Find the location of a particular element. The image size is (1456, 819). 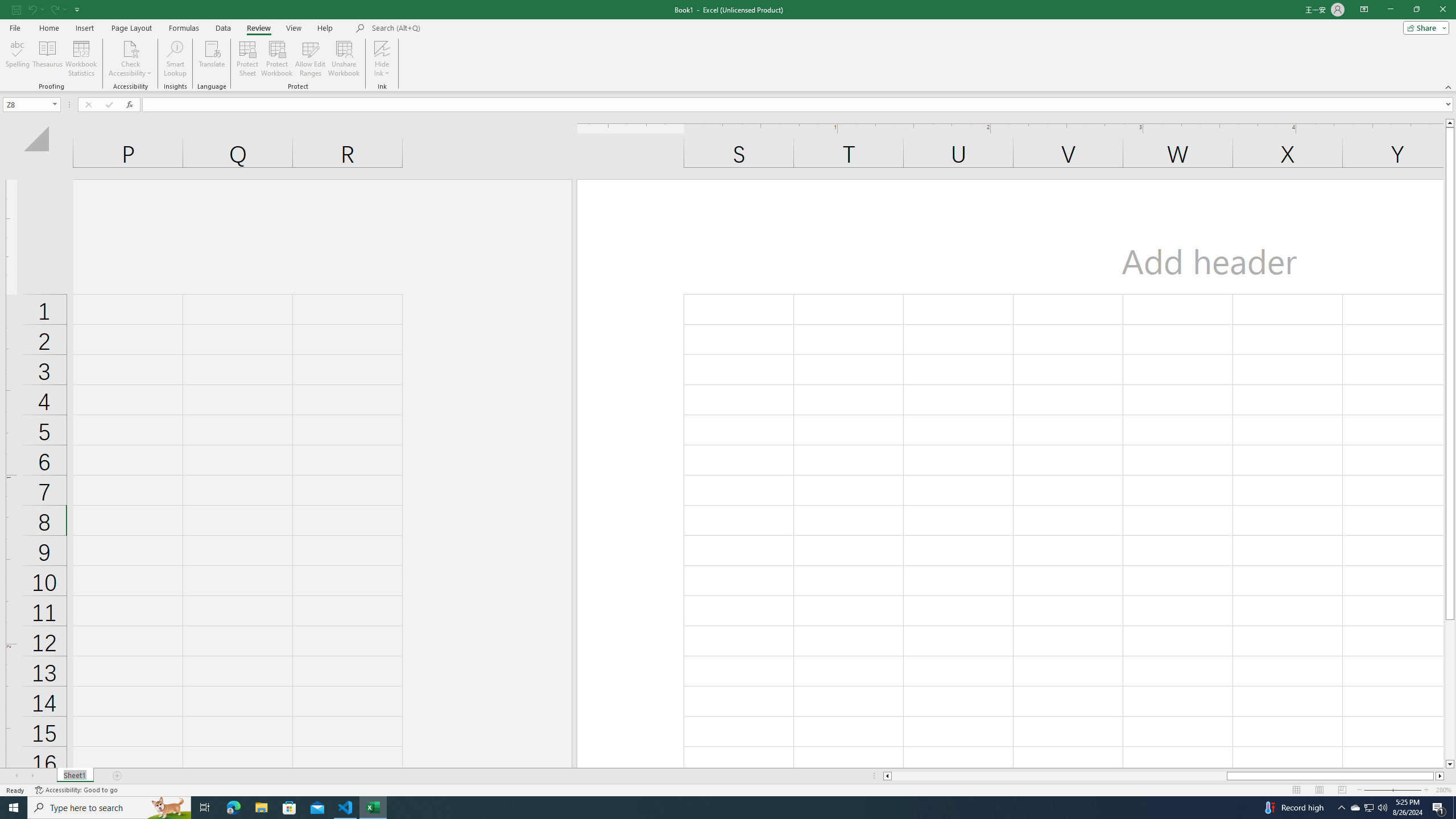

'Allow Edit Ranges' is located at coordinates (311, 59).